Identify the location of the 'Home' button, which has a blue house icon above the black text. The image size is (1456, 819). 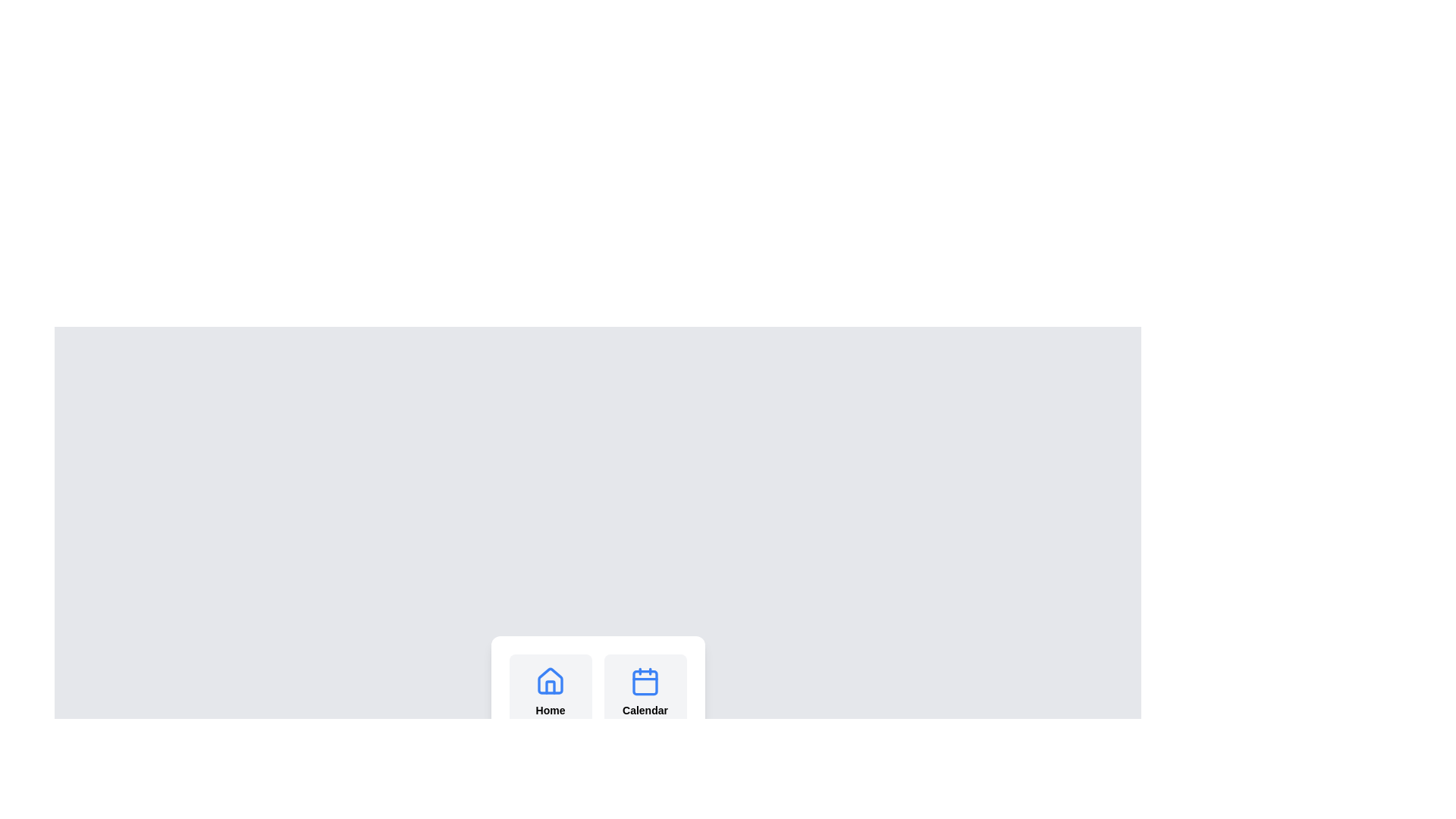
(549, 692).